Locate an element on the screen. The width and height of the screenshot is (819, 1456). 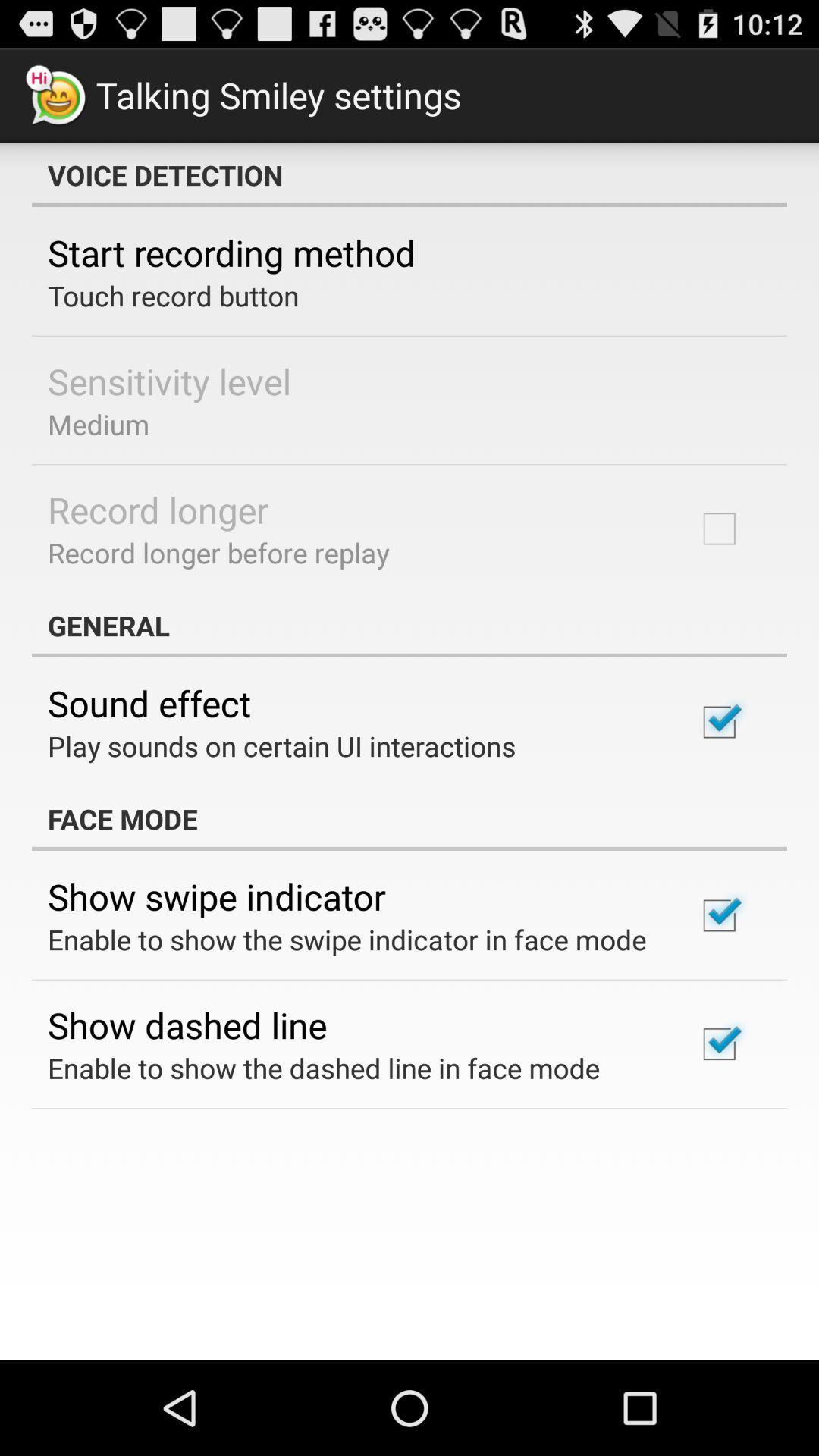
the medium item is located at coordinates (99, 424).